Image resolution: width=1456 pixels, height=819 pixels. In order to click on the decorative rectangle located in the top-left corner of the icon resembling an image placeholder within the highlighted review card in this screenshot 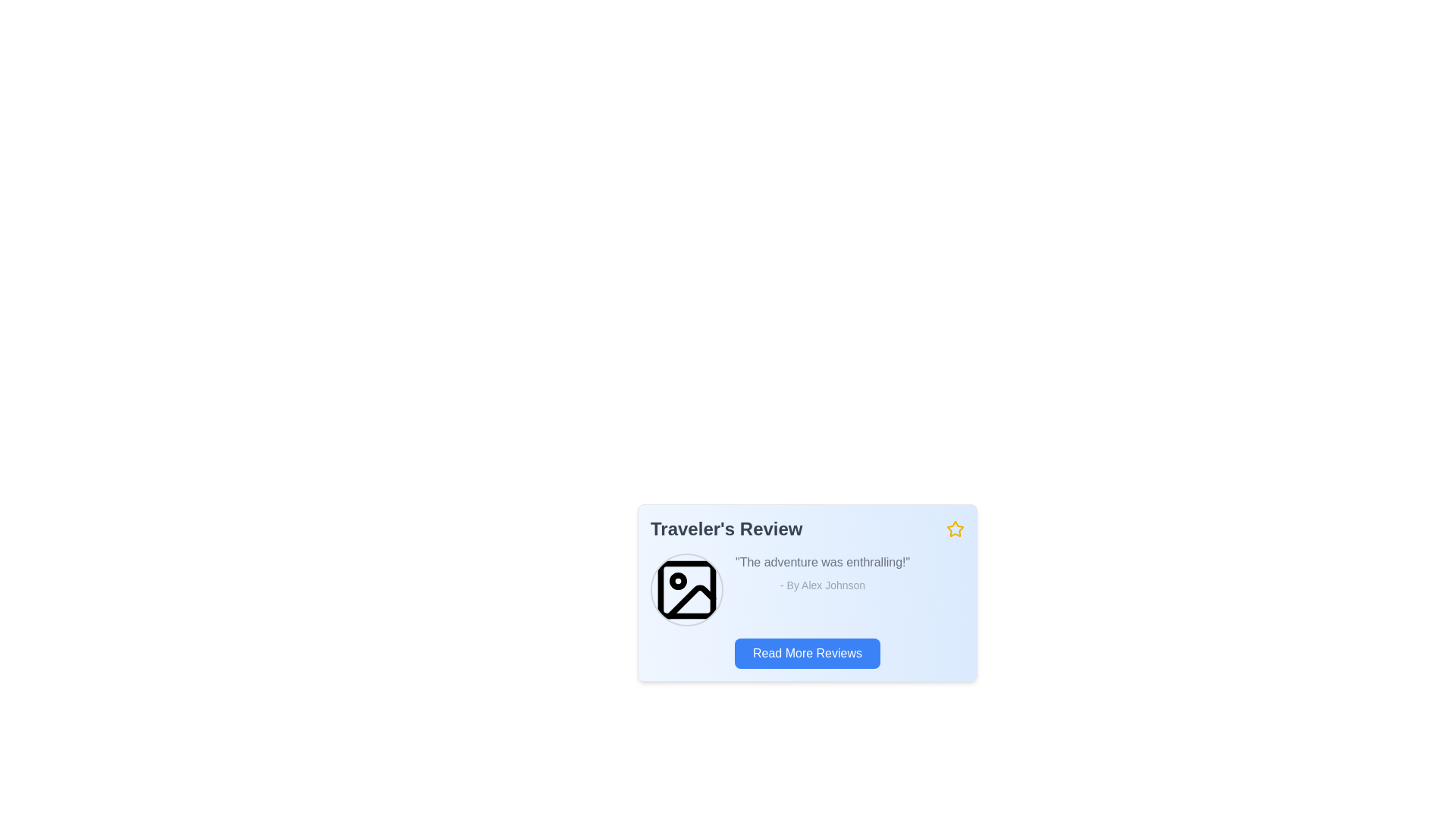, I will do `click(686, 589)`.